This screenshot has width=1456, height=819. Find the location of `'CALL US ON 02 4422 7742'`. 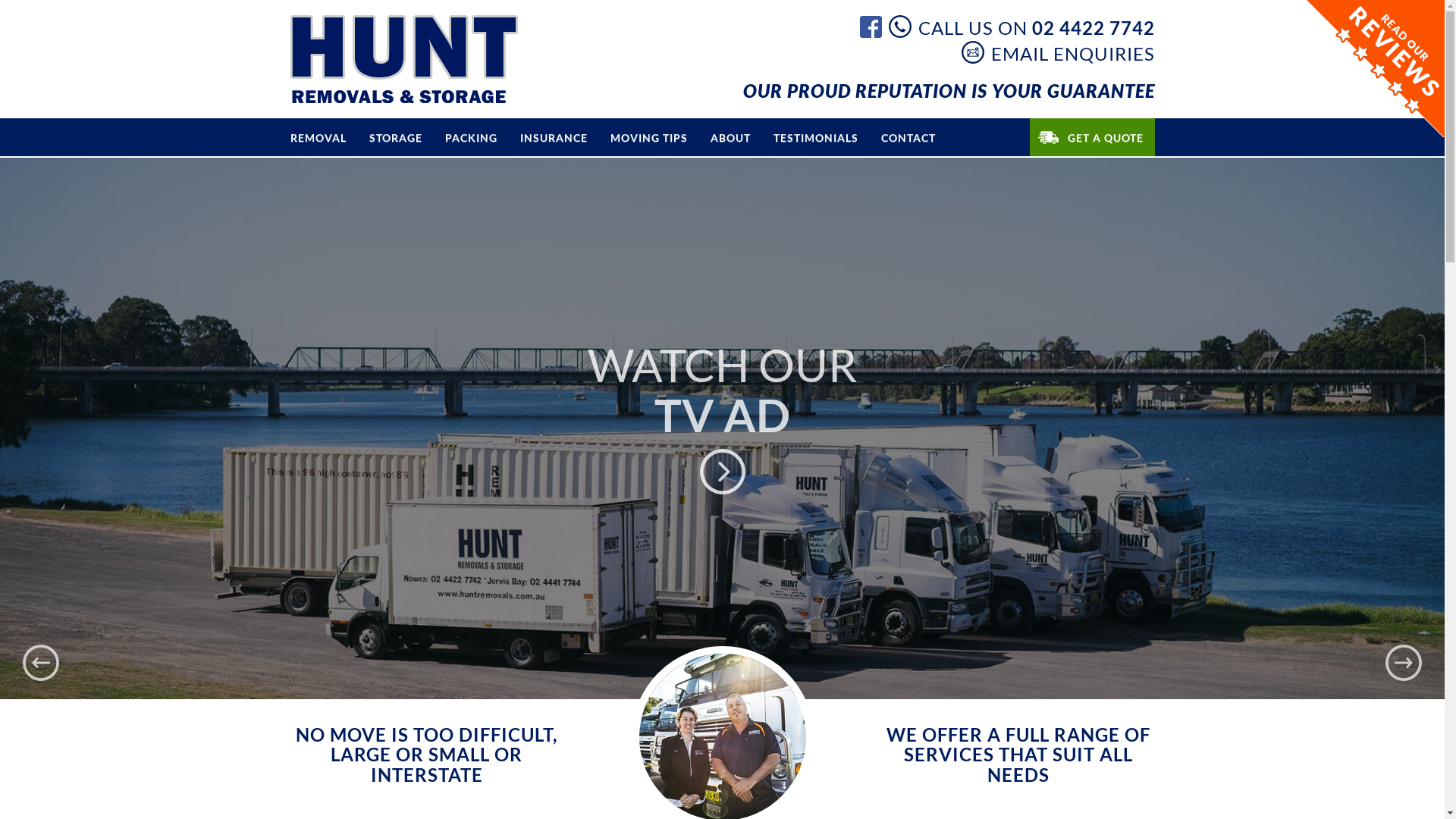

'CALL US ON 02 4422 7742' is located at coordinates (1021, 26).